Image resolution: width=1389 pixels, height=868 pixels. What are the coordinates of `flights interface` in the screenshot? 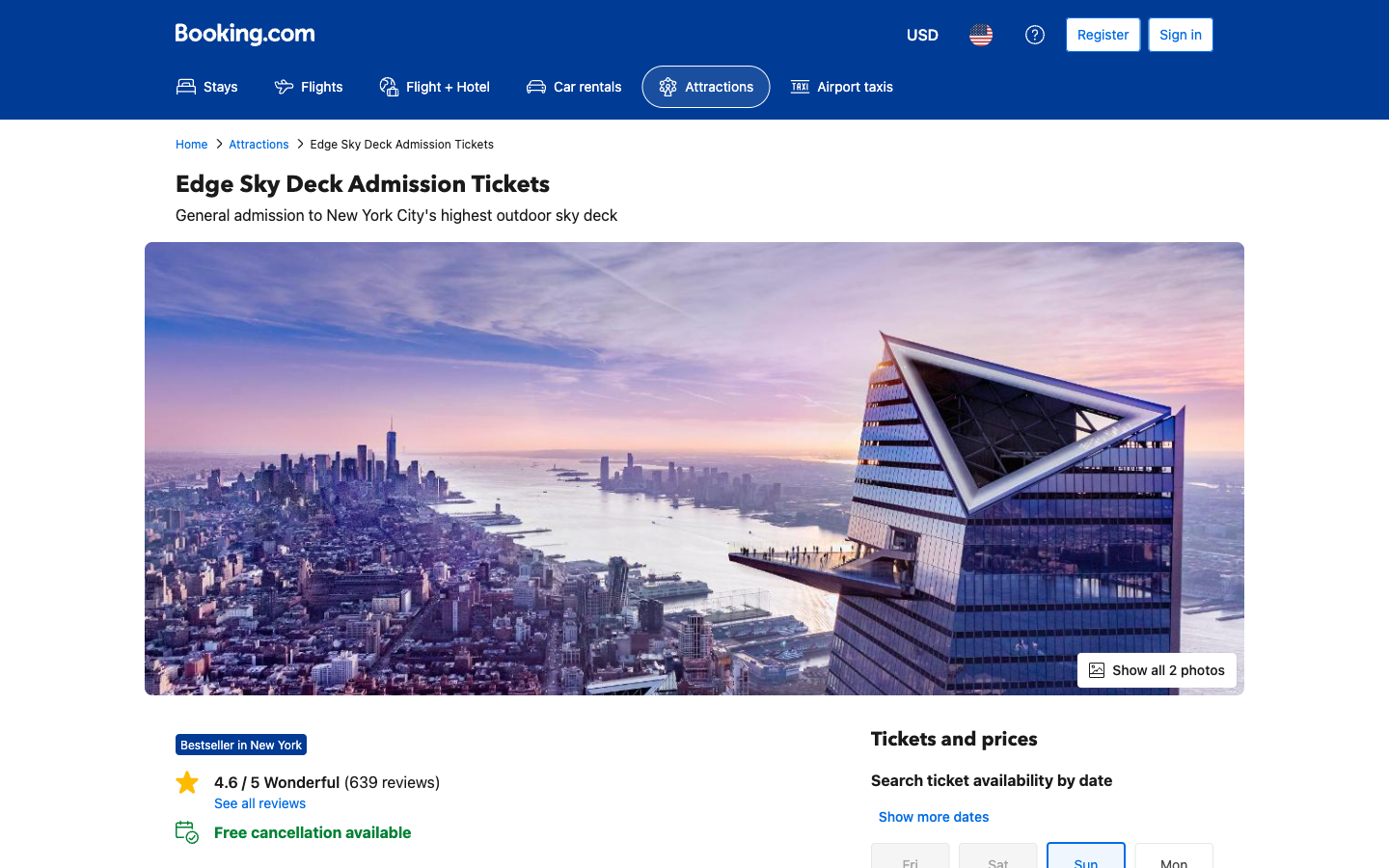 It's located at (308, 86).